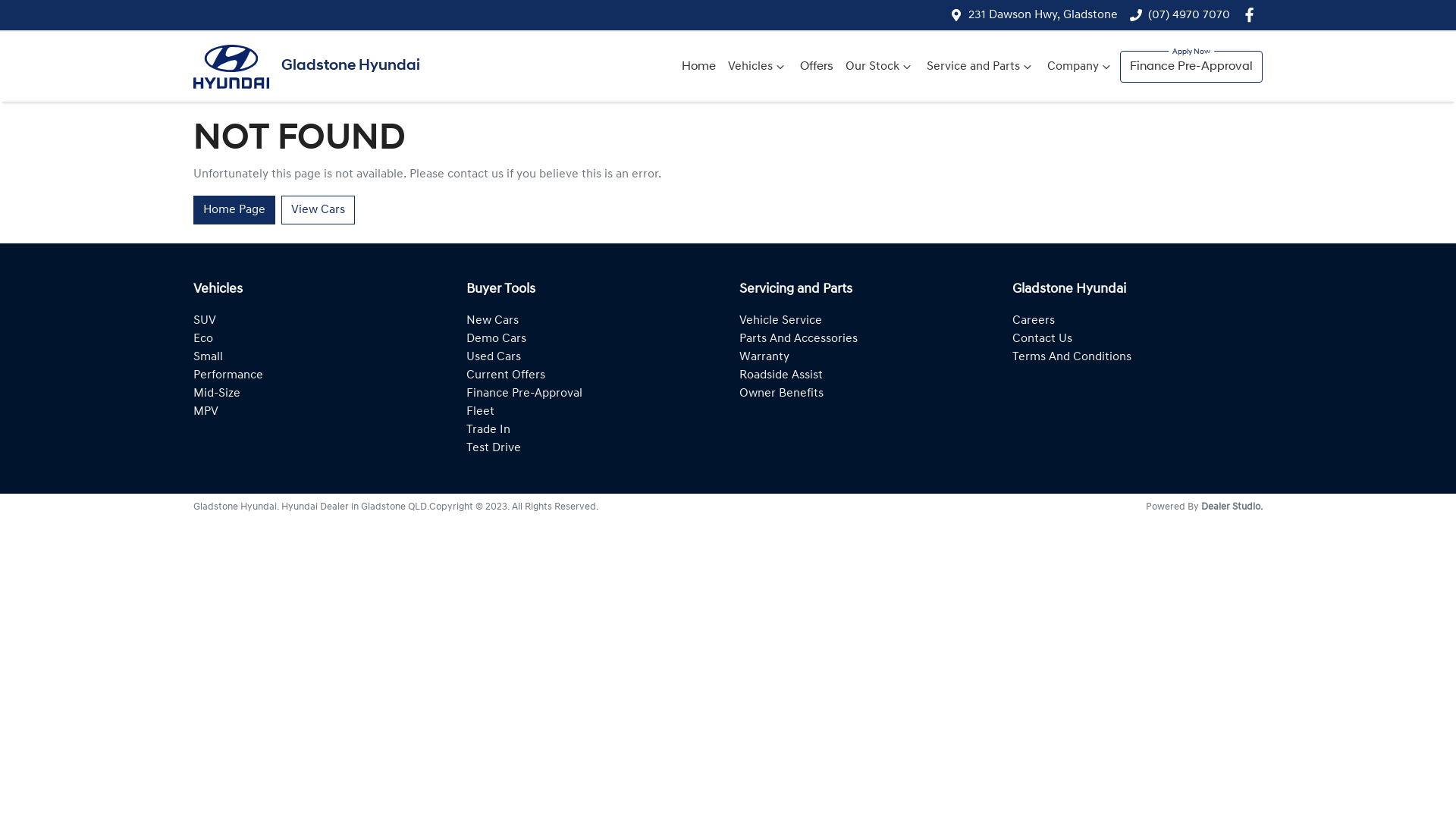  What do you see at coordinates (207, 356) in the screenshot?
I see `'Small'` at bounding box center [207, 356].